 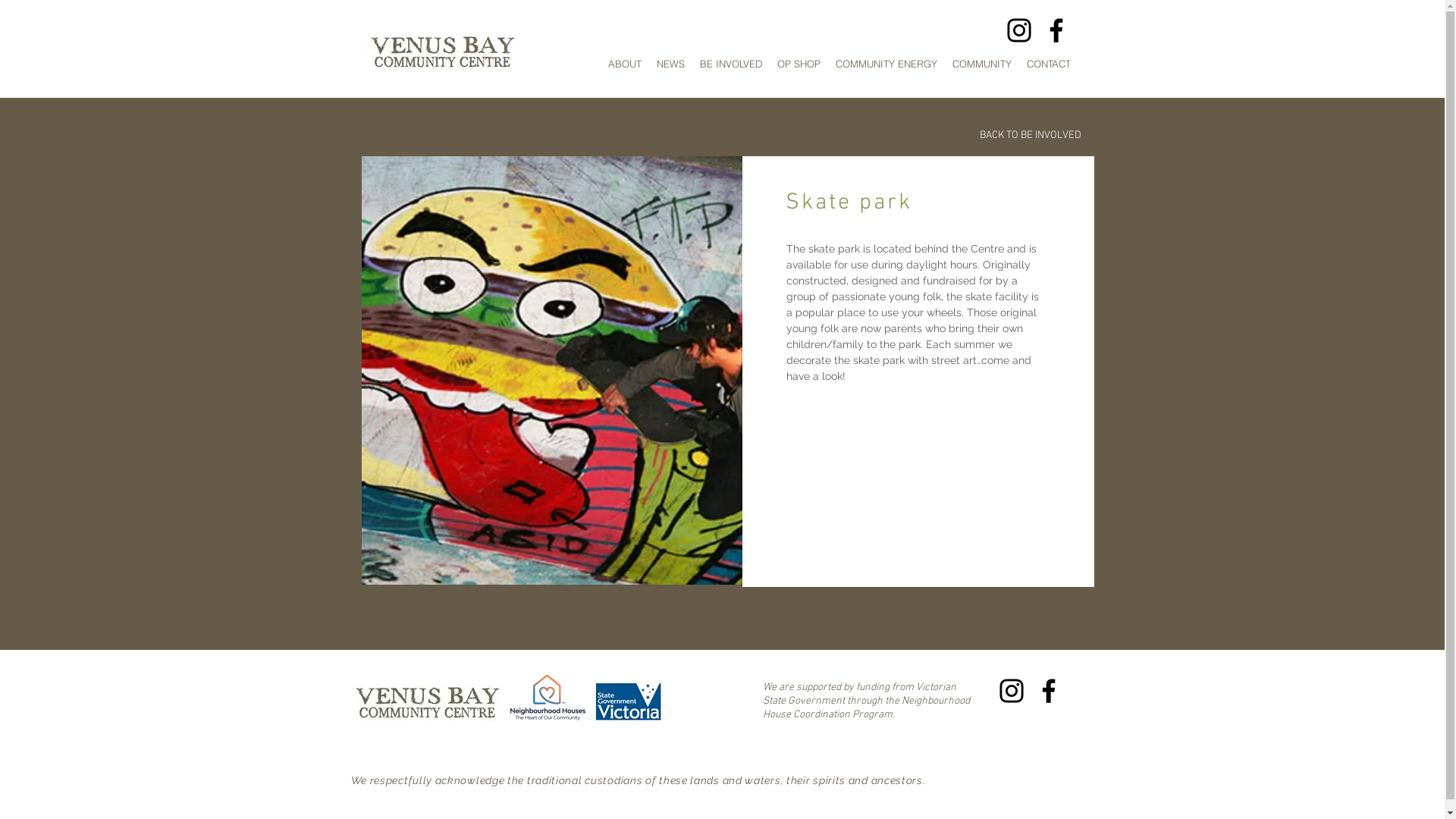 What do you see at coordinates (730, 63) in the screenshot?
I see `'BE INVOLVED'` at bounding box center [730, 63].